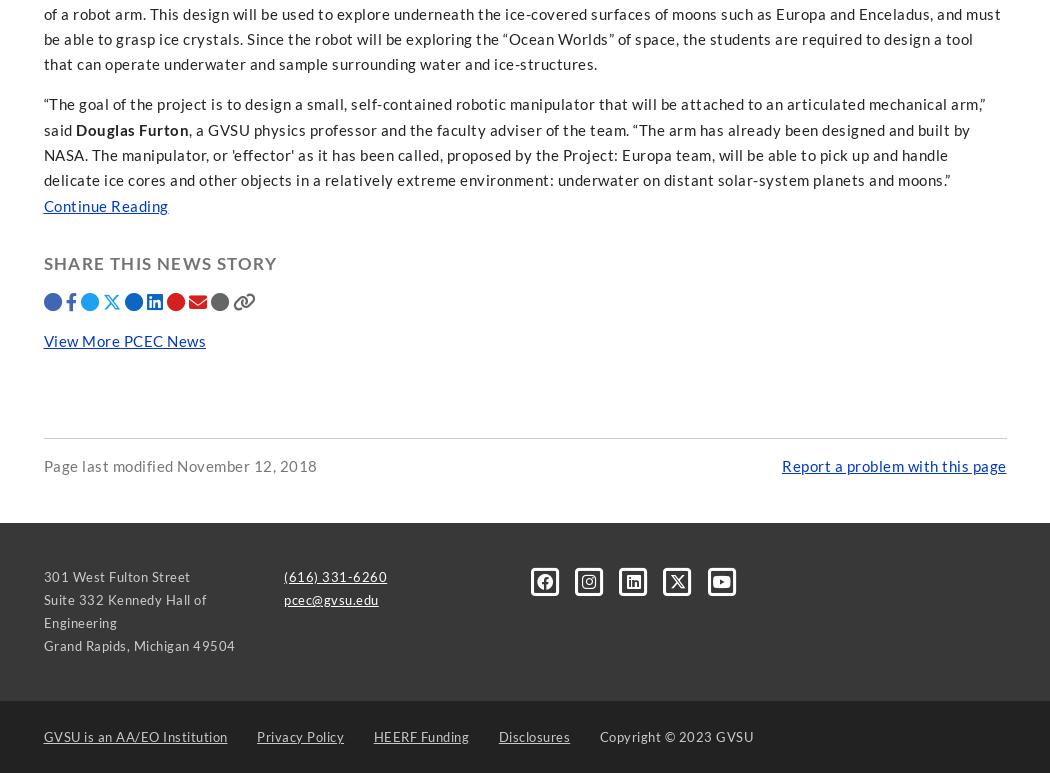  What do you see at coordinates (160, 644) in the screenshot?
I see `'Michigan'` at bounding box center [160, 644].